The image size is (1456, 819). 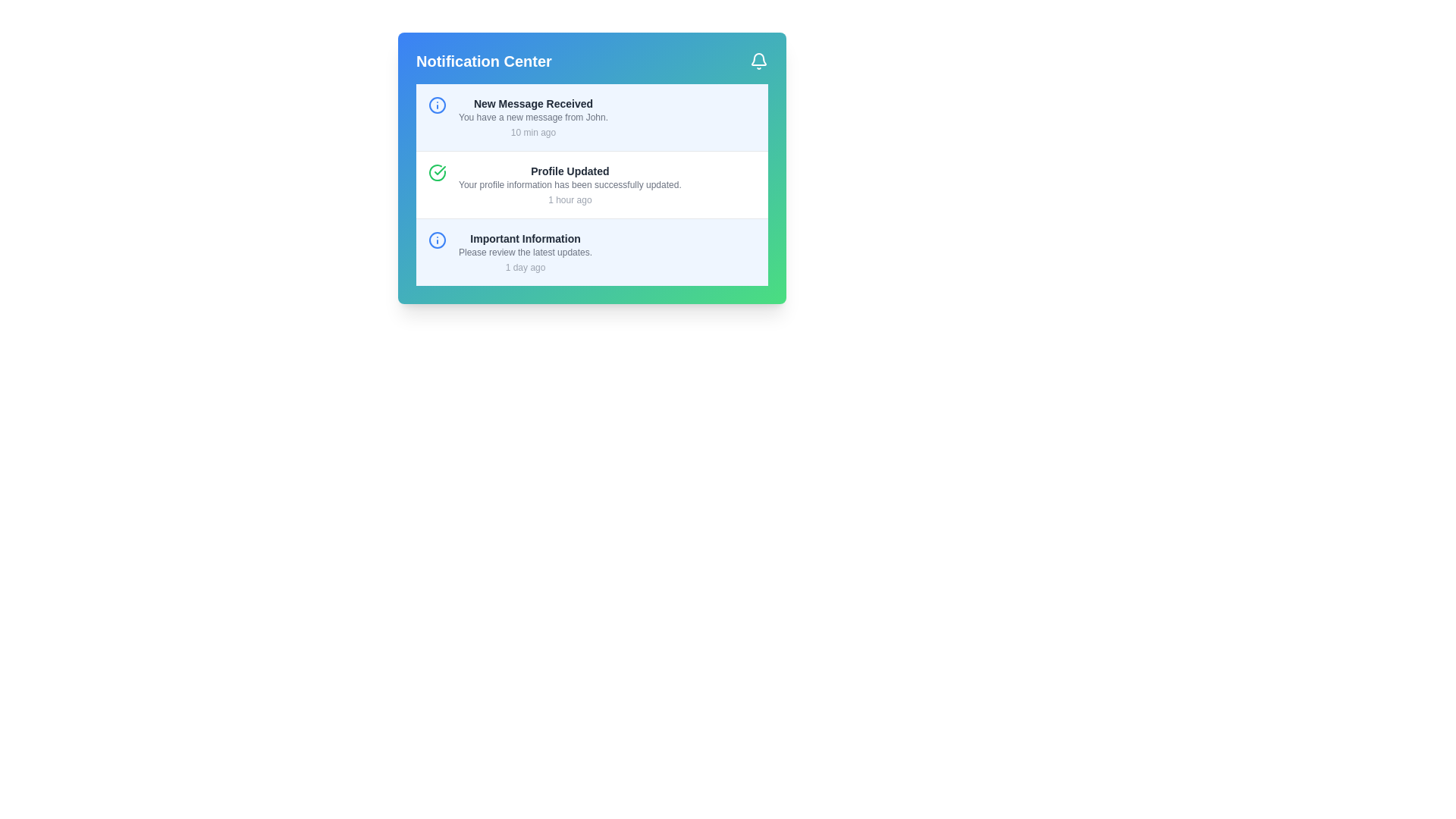 I want to click on the bell icon button located at the top-right corner of the 'Notification Center' card, so click(x=759, y=61).